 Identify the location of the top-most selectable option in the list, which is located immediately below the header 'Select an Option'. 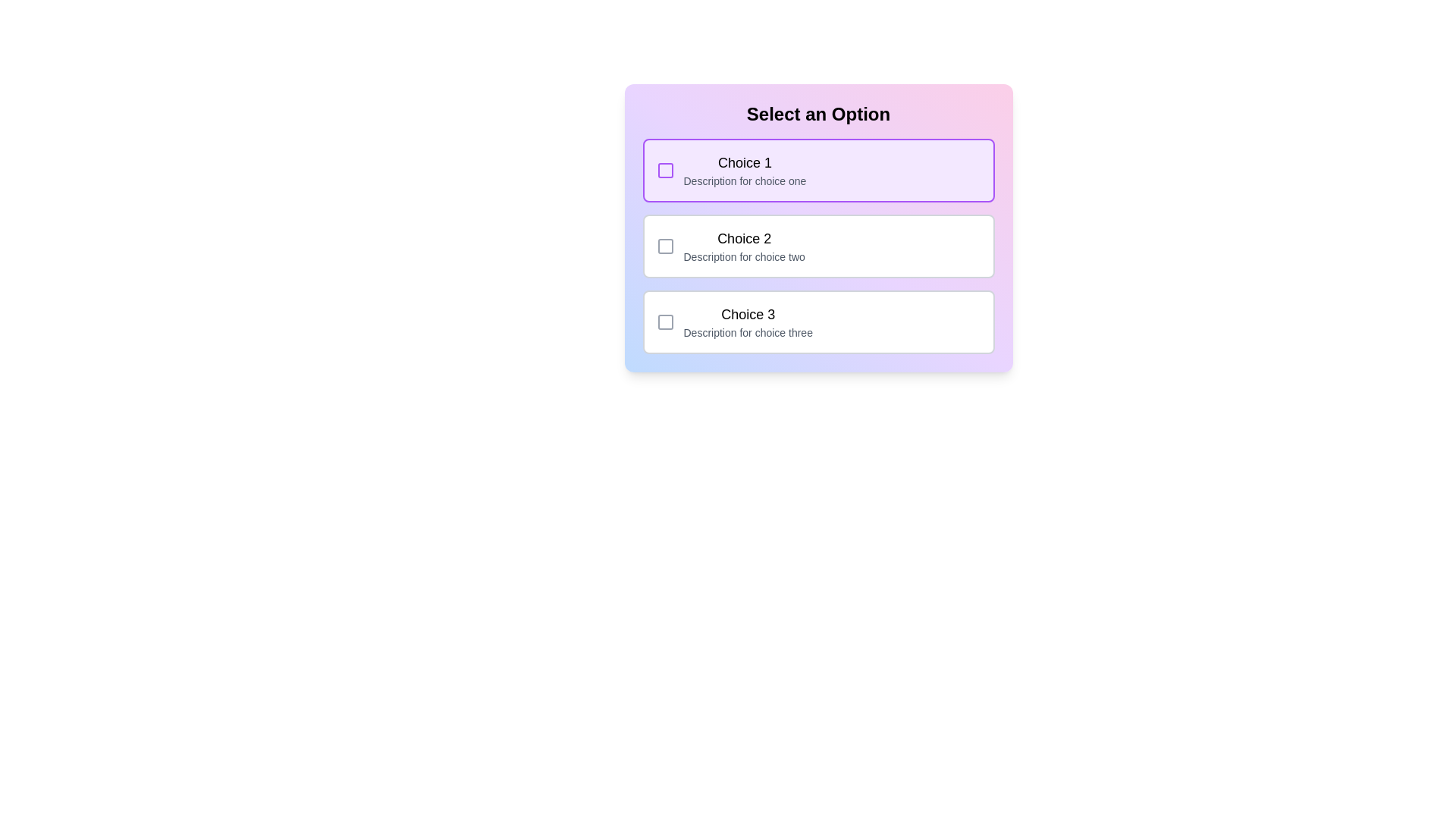
(745, 170).